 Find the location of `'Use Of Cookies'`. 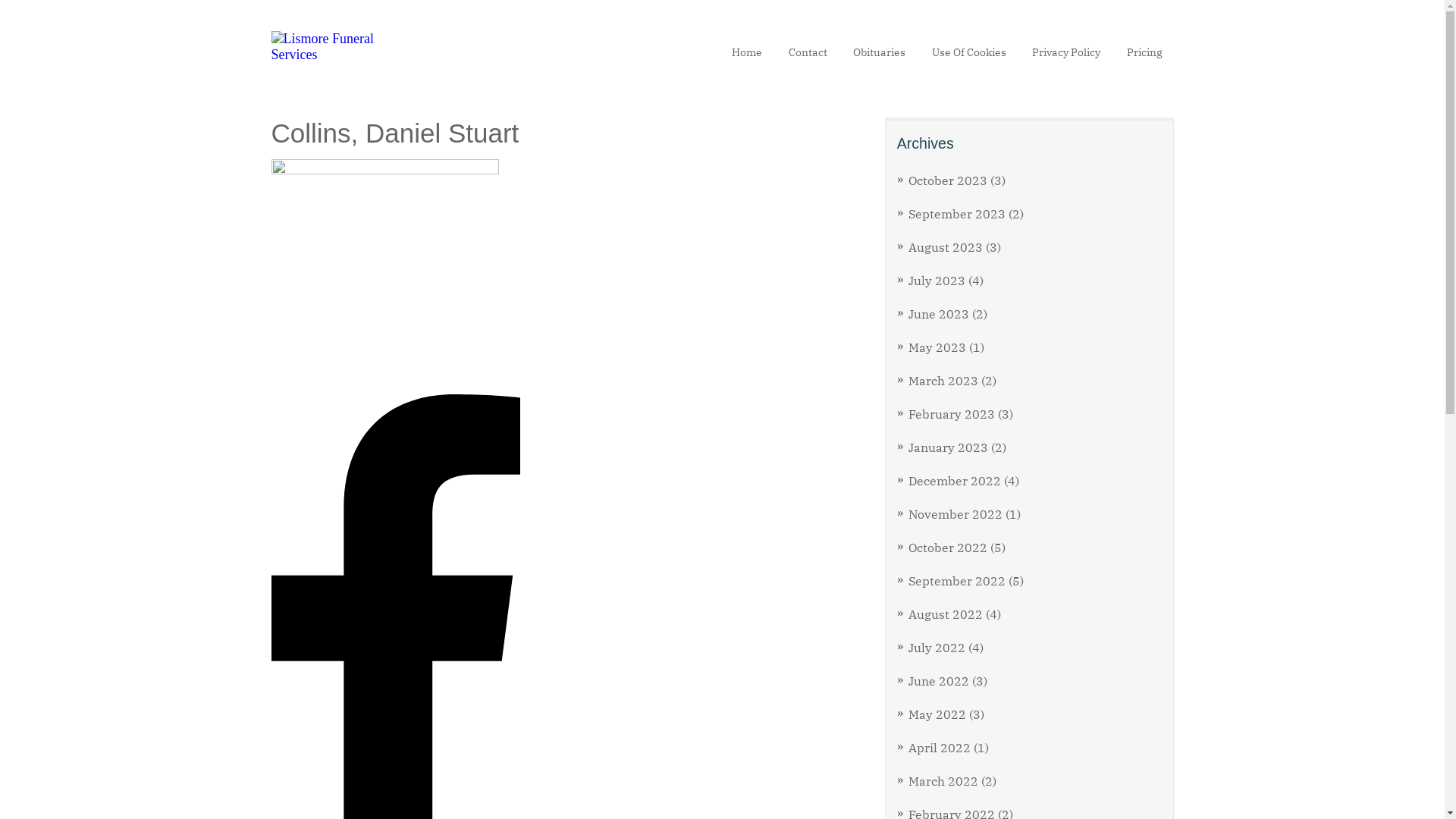

'Use Of Cookies' is located at coordinates (967, 52).